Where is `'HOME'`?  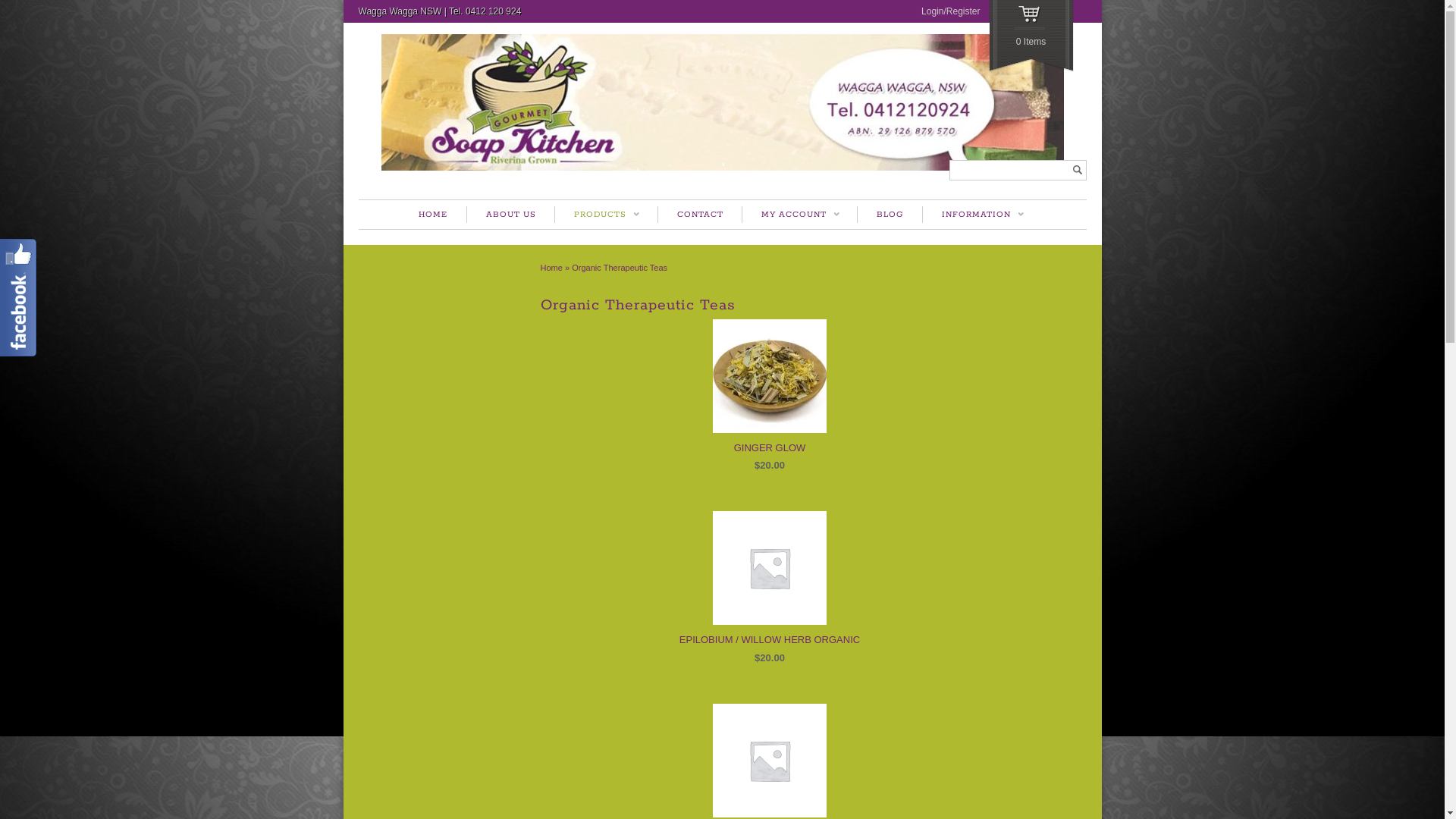
'HOME' is located at coordinates (432, 214).